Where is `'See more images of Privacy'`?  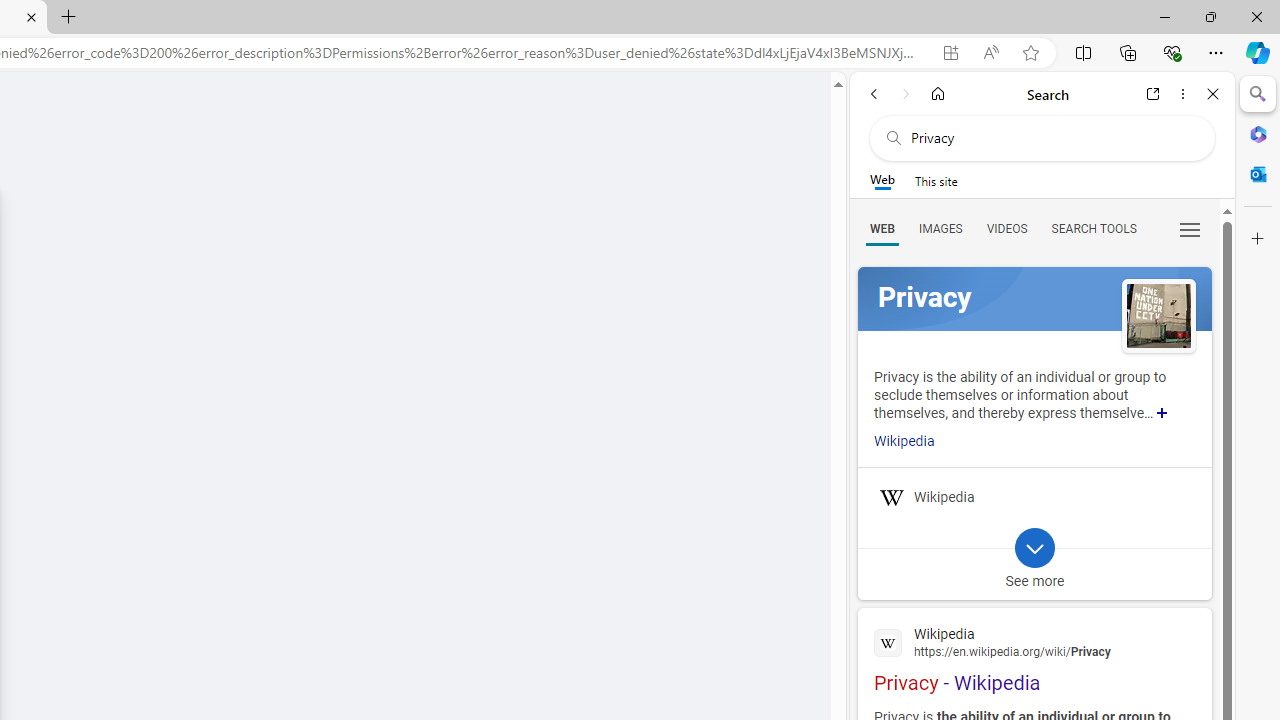 'See more images of Privacy' is located at coordinates (1158, 315).